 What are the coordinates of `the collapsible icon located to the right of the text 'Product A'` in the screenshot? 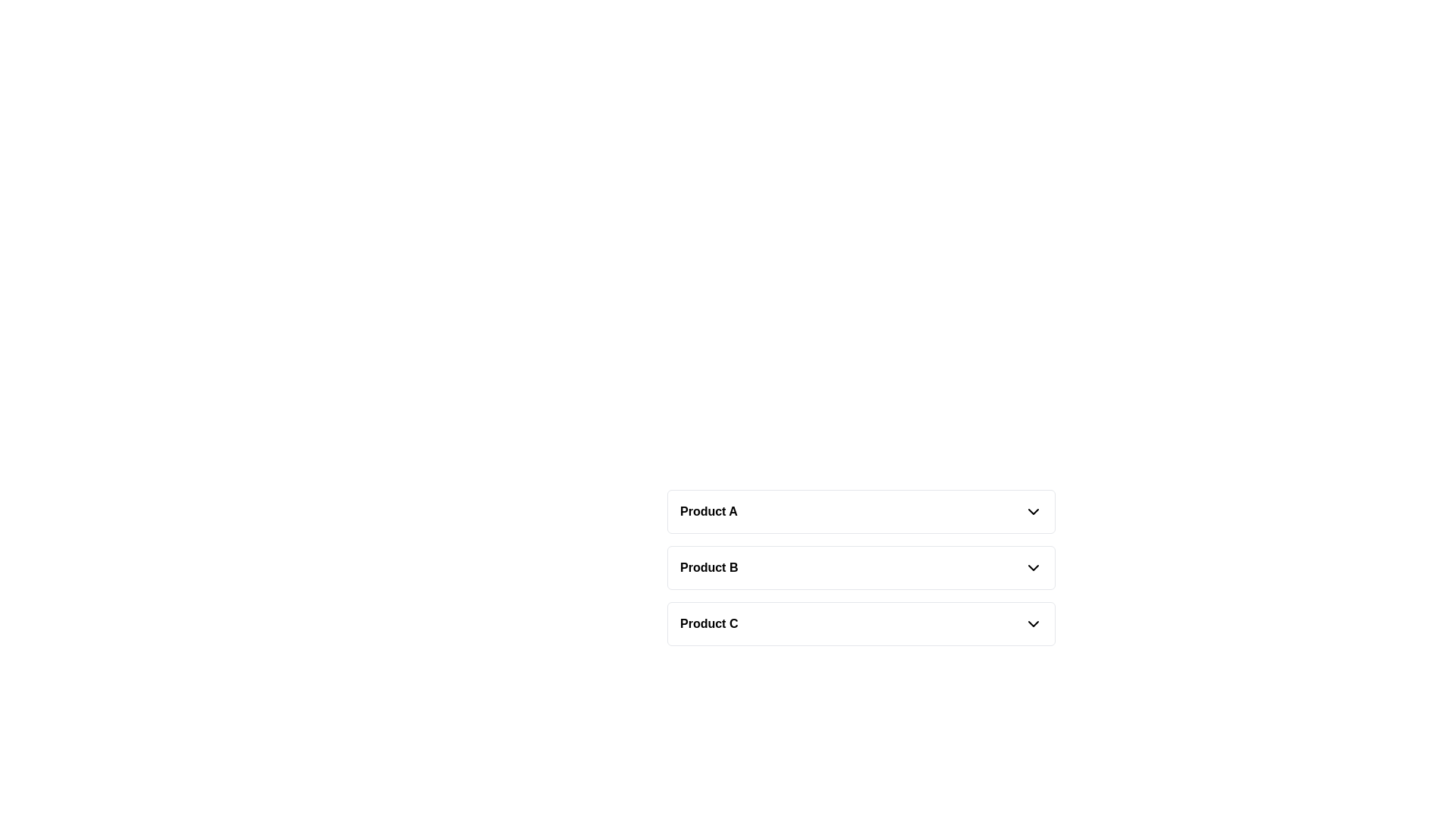 It's located at (1033, 512).